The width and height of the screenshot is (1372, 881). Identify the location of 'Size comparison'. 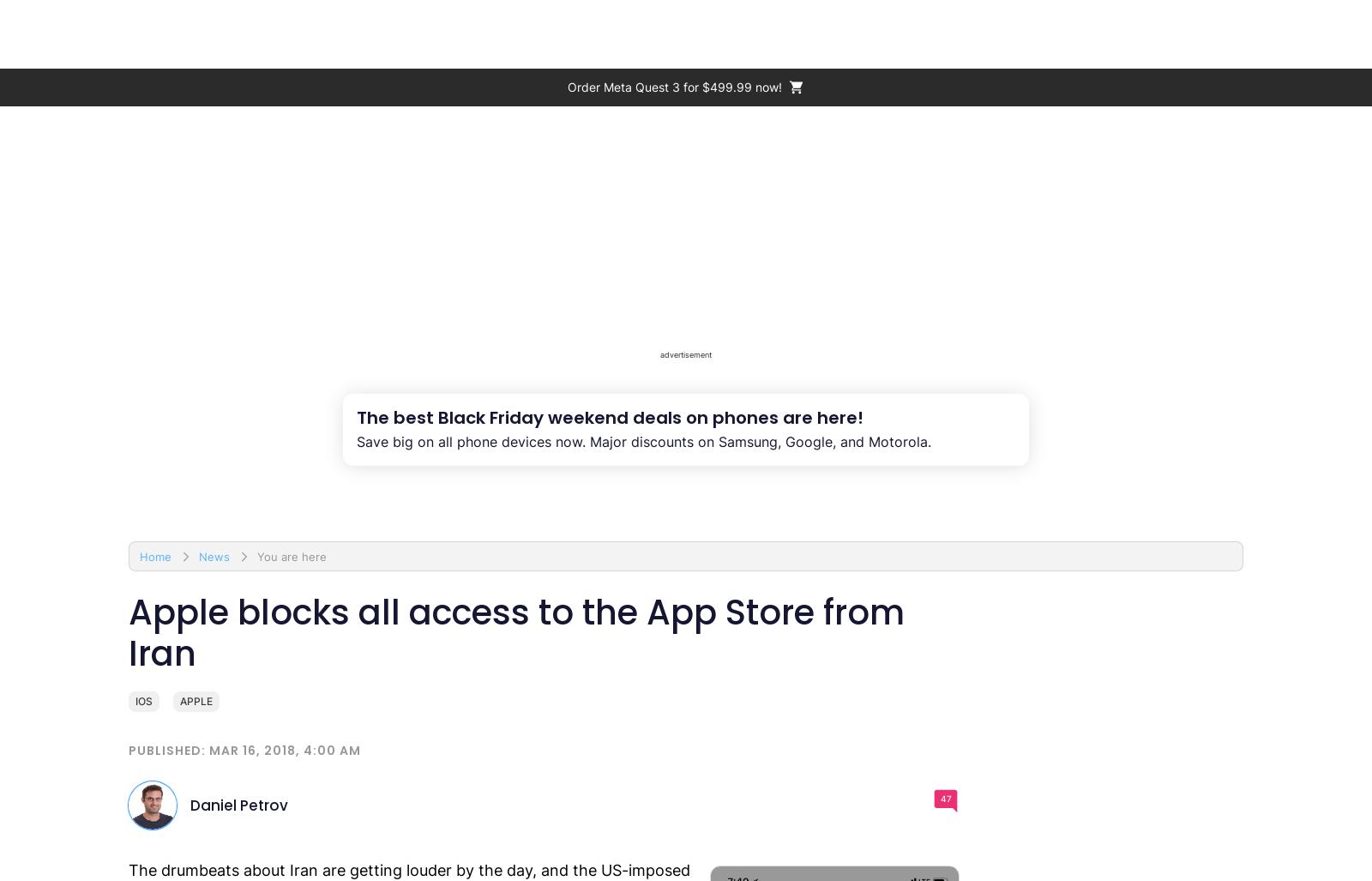
(695, 33).